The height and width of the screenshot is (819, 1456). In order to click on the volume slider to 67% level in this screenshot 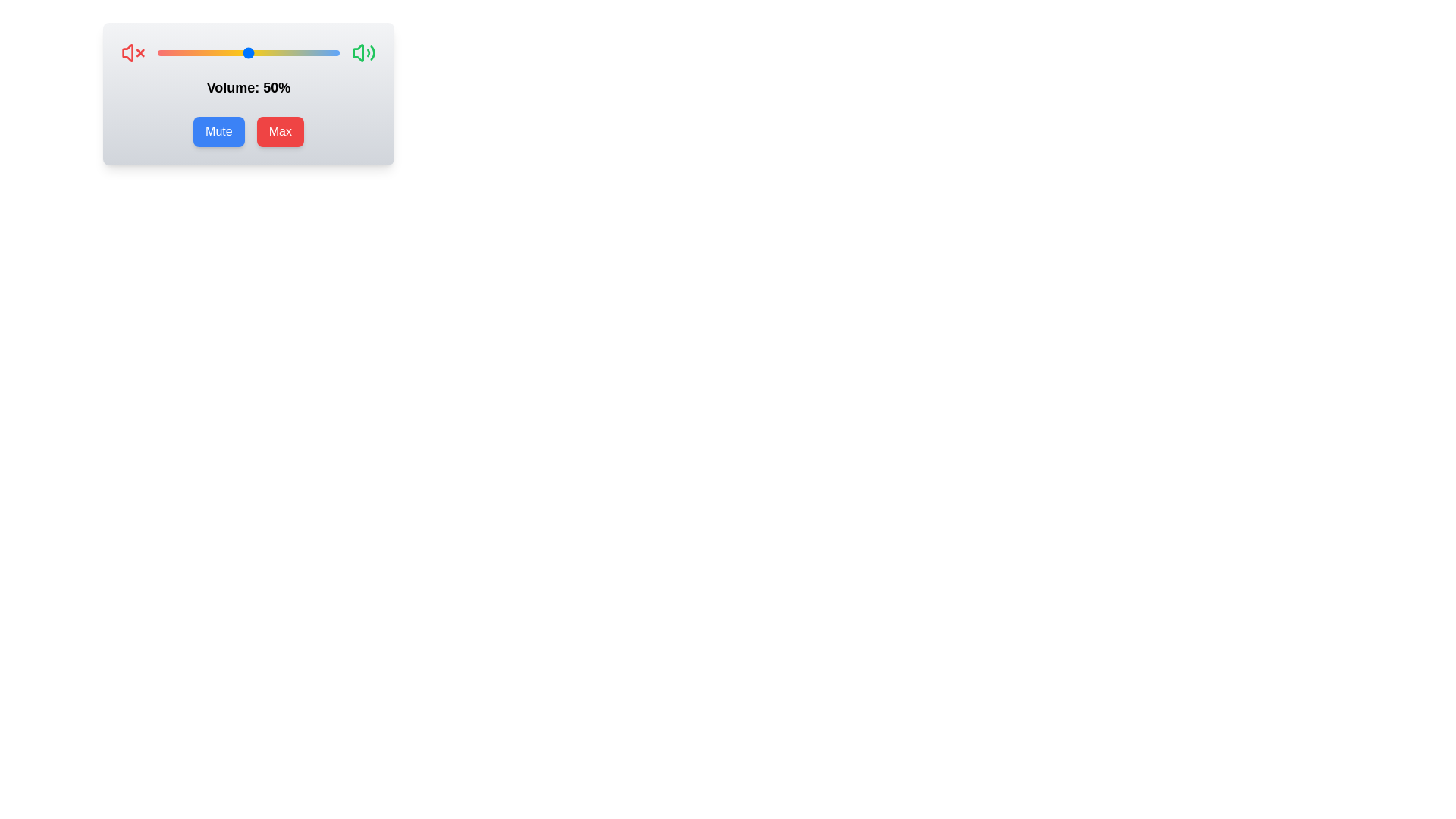, I will do `click(279, 52)`.